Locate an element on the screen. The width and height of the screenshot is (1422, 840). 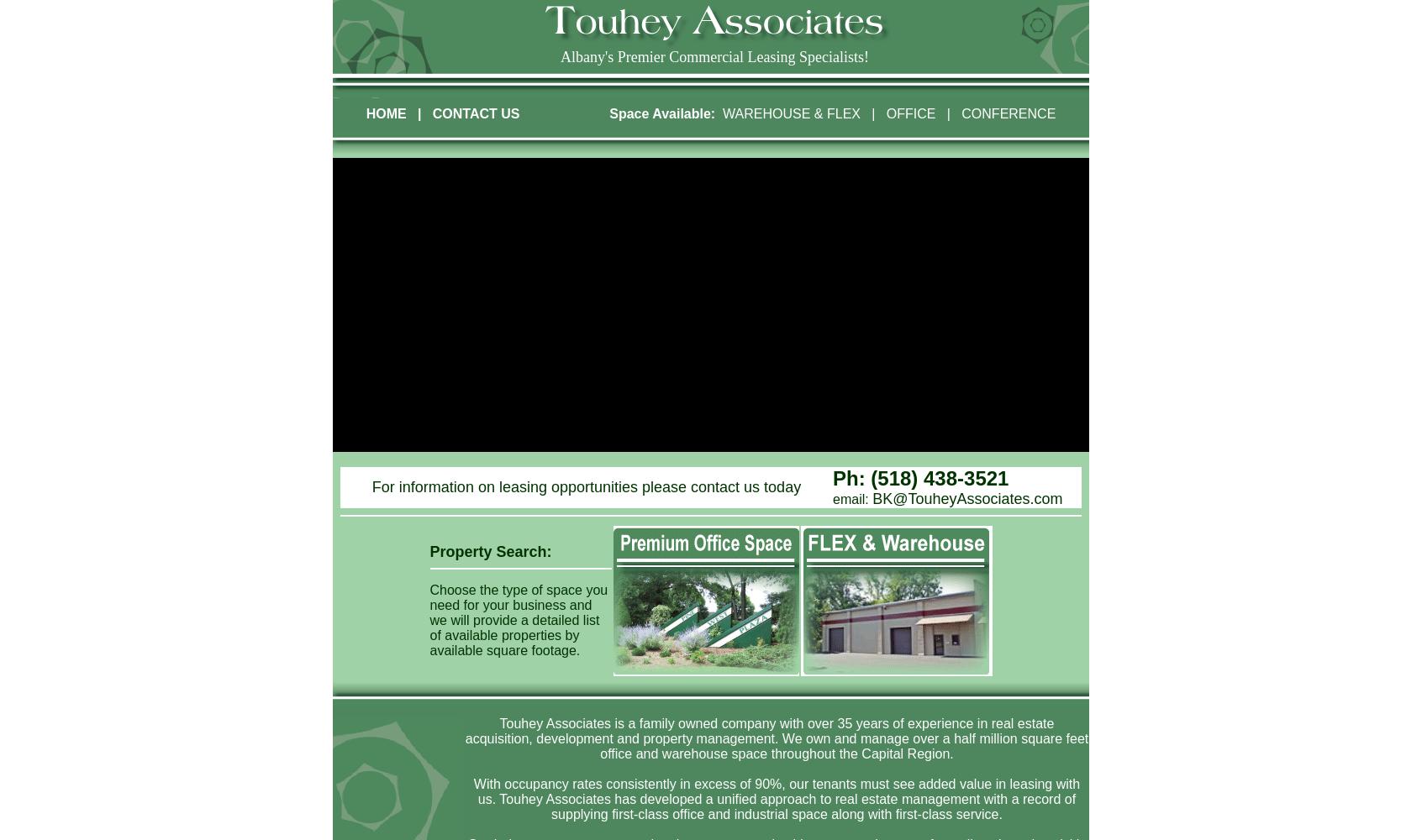
'WAREHOUSE' is located at coordinates (765, 113).